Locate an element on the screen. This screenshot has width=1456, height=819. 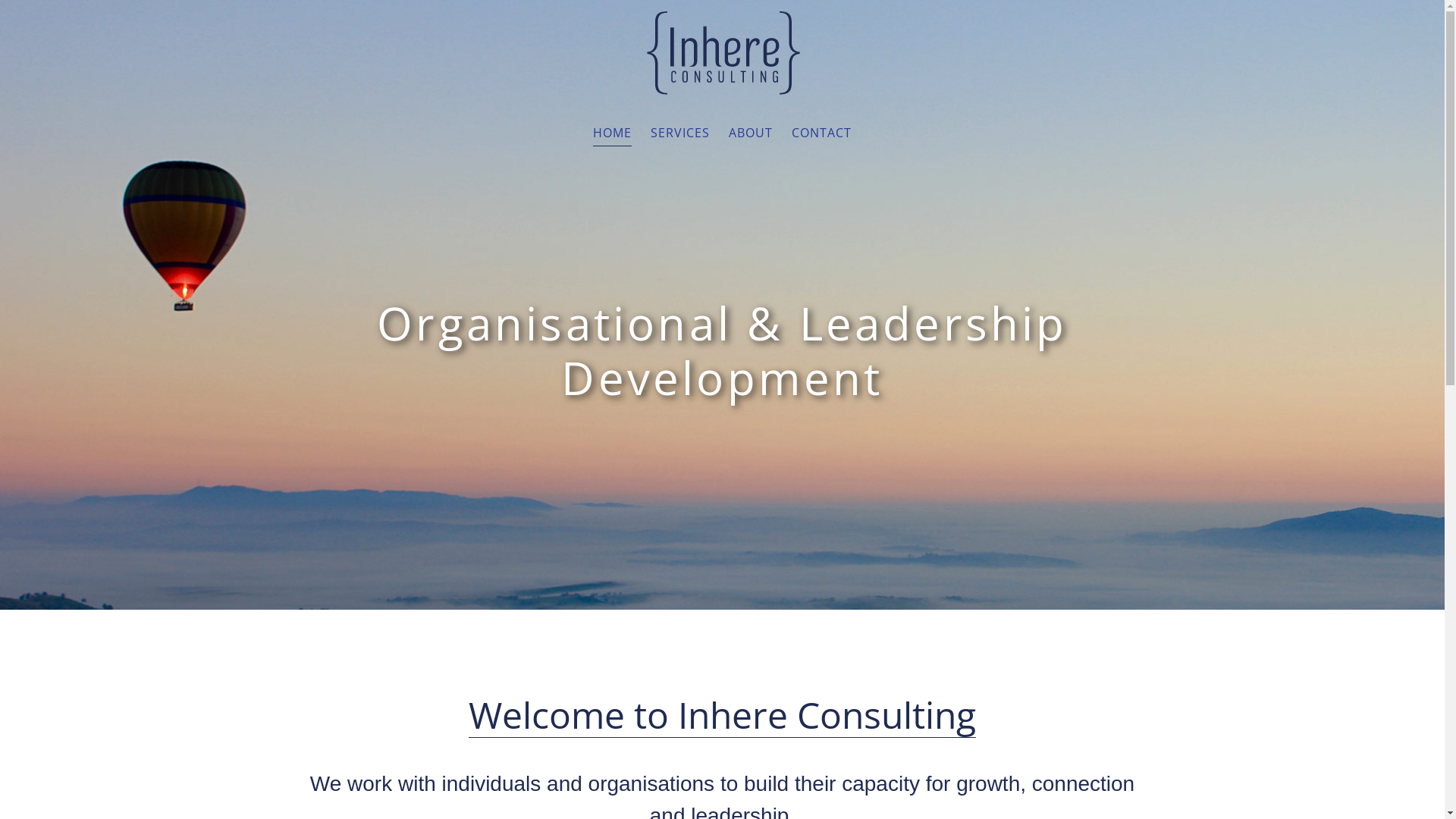
'INHERE CONSULTING' is located at coordinates (722, 52).